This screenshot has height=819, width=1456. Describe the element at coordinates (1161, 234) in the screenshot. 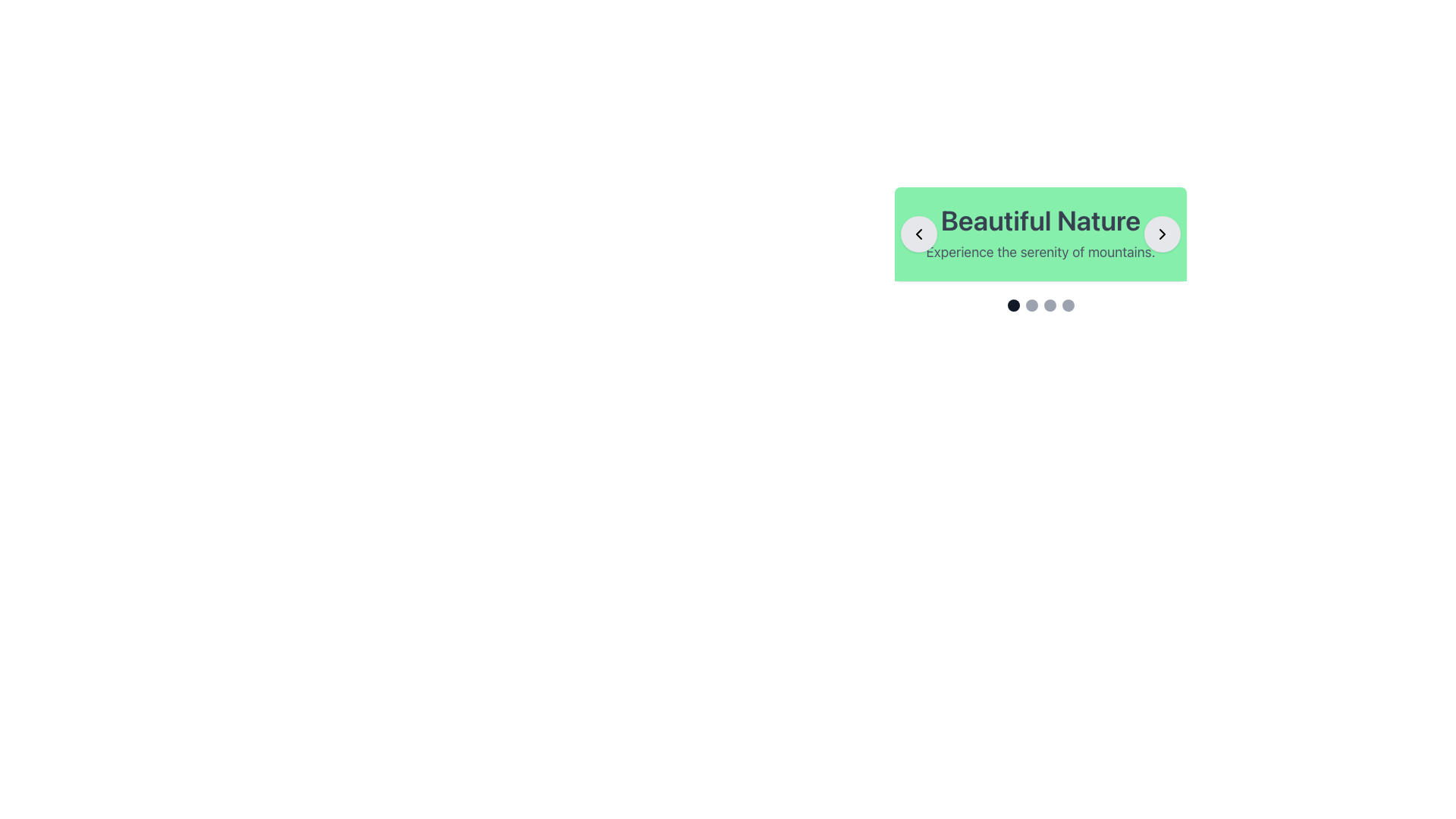

I see `the right-pointing chevron icon within the circular gray button located at the far right of the green panel labeled 'Beautiful Nature'` at that location.